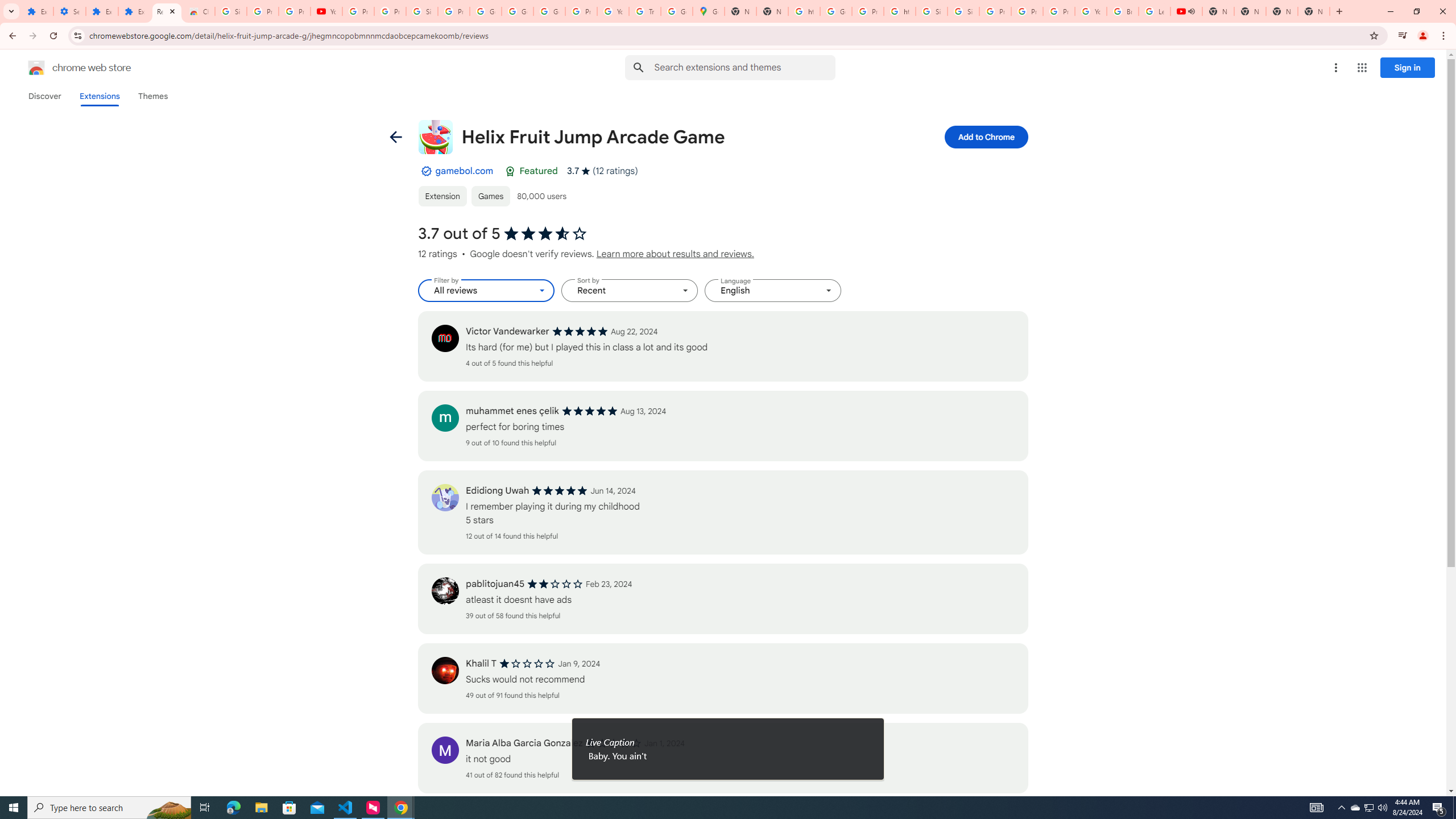  What do you see at coordinates (425, 170) in the screenshot?
I see `'By Established Publisher Badge'` at bounding box center [425, 170].